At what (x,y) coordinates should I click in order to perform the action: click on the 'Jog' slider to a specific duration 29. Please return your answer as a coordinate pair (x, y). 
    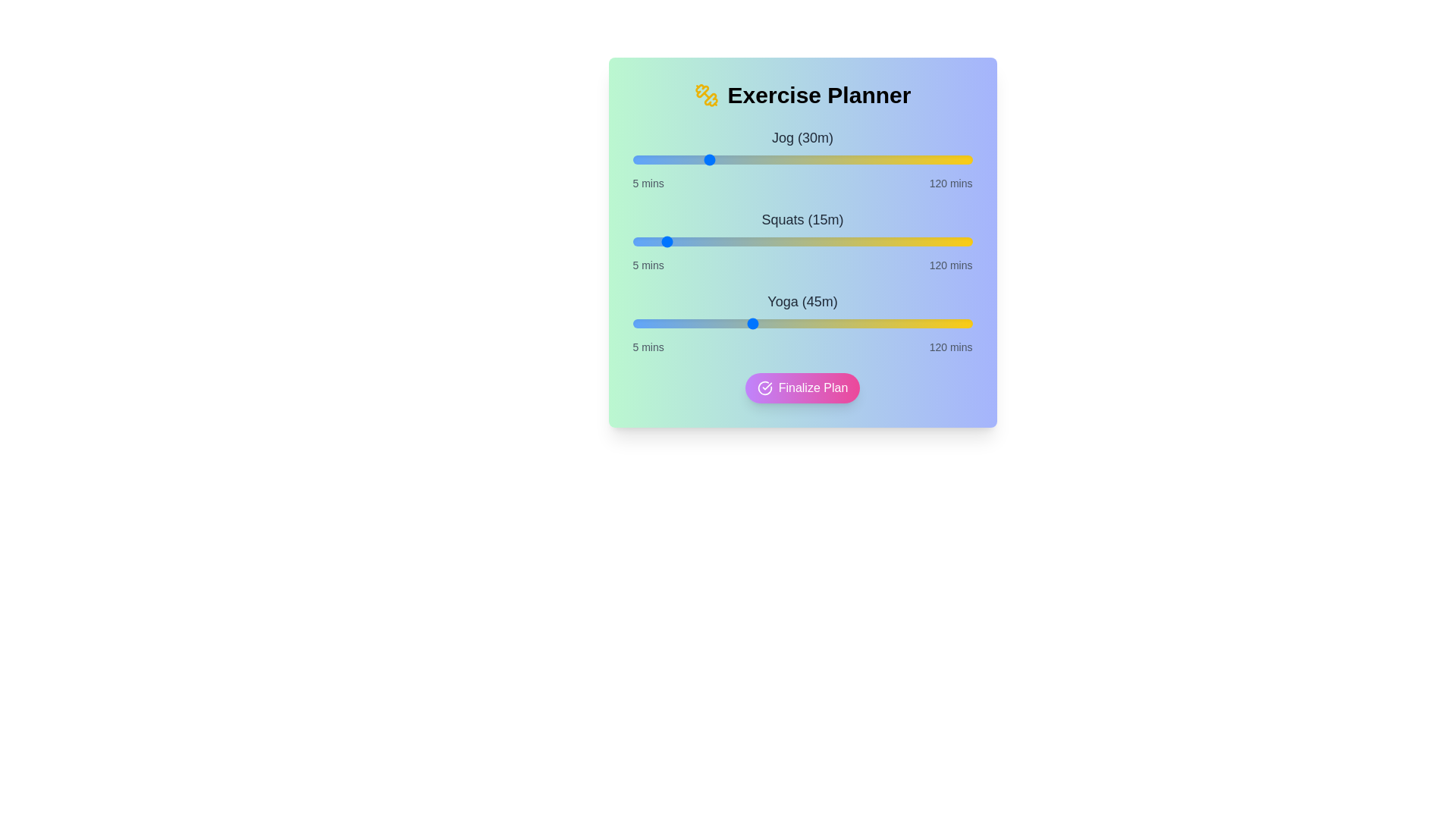
    Looking at the image, I should click on (702, 160).